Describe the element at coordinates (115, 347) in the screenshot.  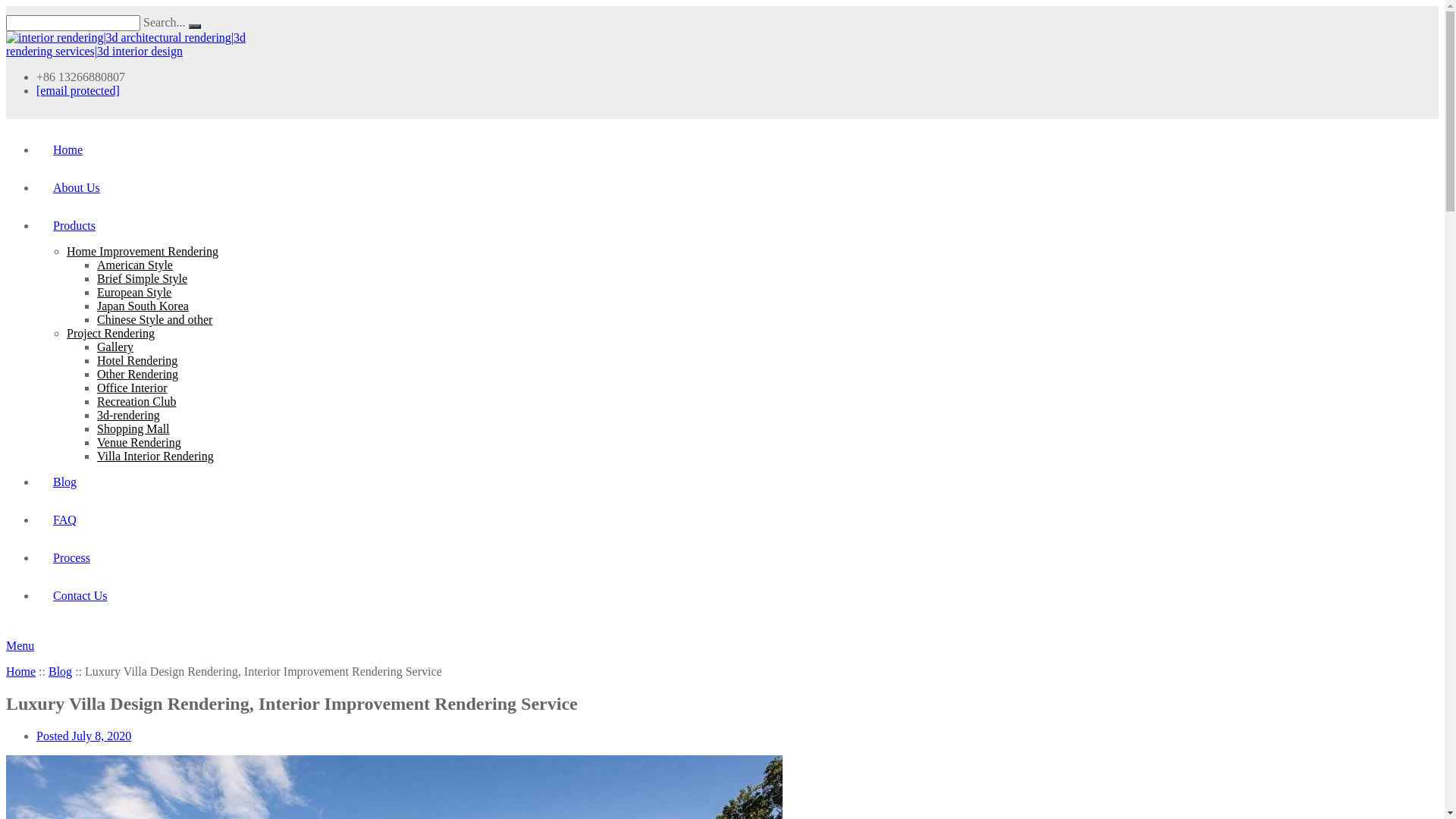
I see `'Gallery'` at that location.